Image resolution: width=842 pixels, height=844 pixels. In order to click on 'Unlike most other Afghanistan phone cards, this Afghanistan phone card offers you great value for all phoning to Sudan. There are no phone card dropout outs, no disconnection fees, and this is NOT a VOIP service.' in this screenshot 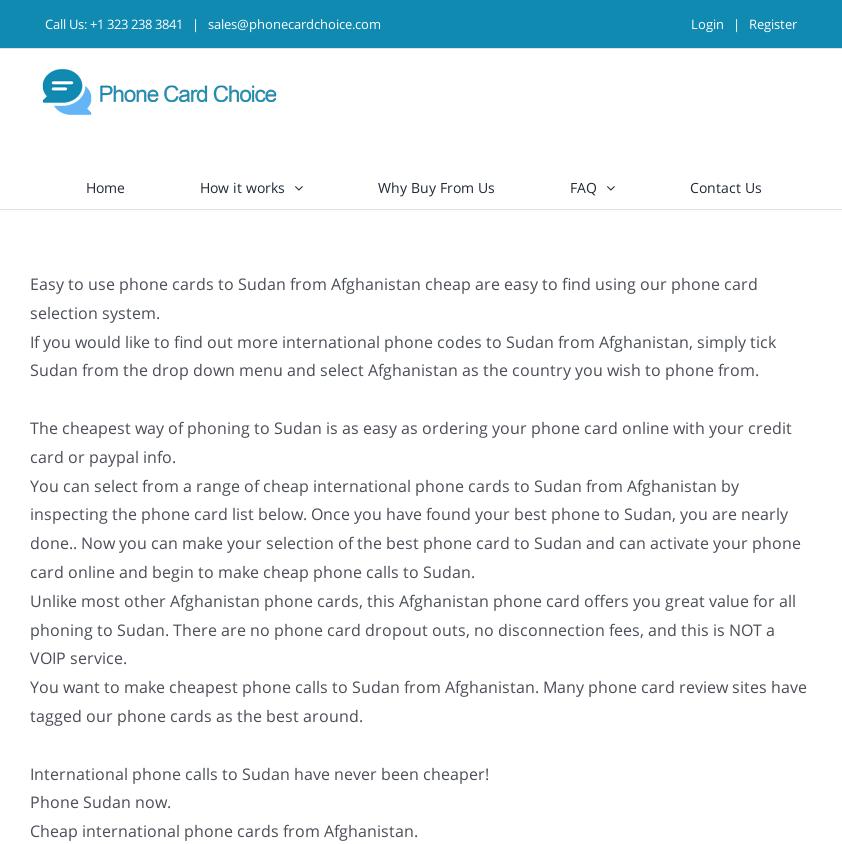, I will do `click(413, 629)`.